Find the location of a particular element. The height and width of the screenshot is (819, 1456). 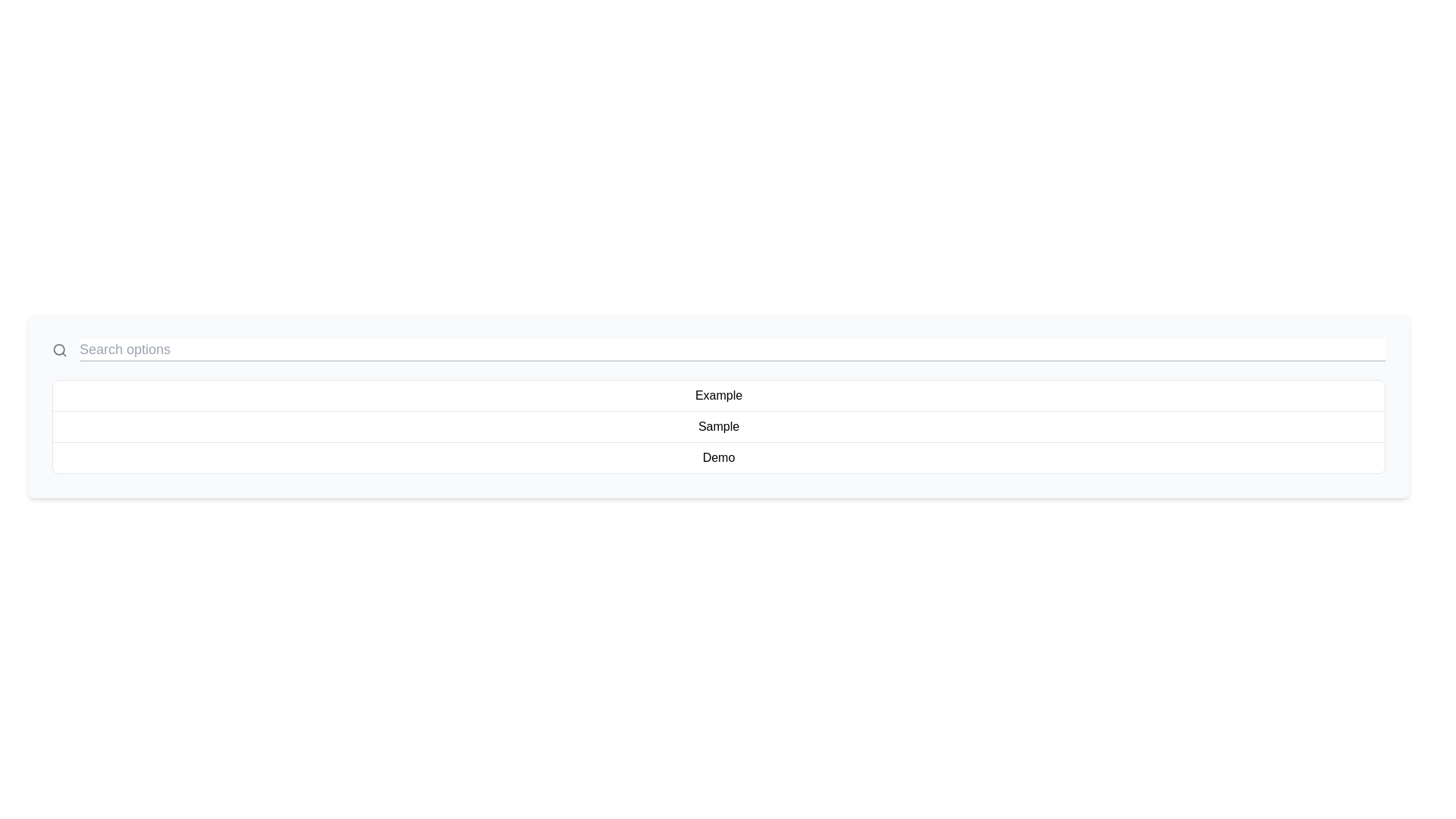

the text input field with placeholder text 'Search options' by is located at coordinates (732, 350).